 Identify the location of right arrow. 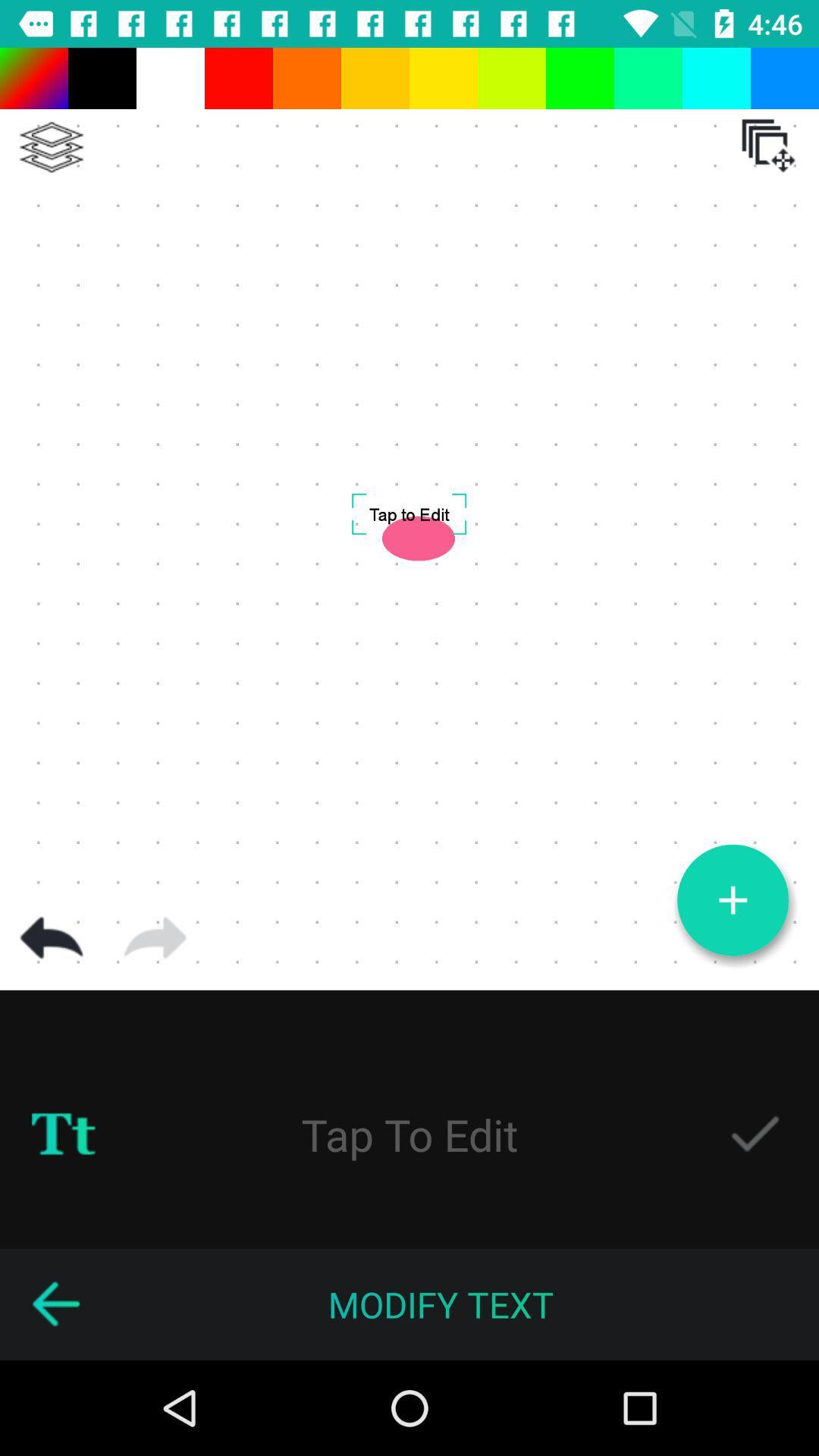
(155, 938).